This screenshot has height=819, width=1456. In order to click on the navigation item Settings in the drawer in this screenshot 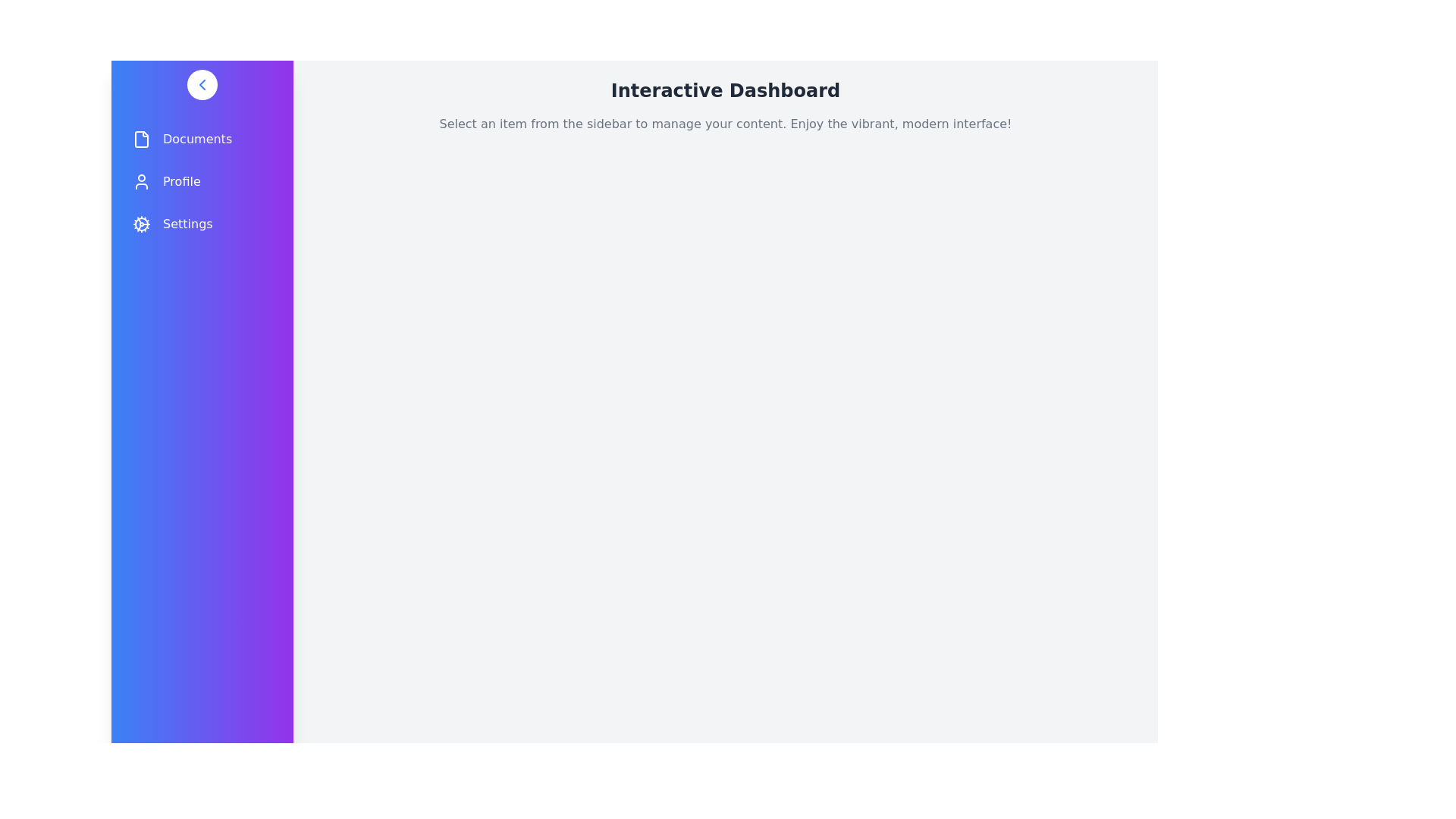, I will do `click(202, 224)`.